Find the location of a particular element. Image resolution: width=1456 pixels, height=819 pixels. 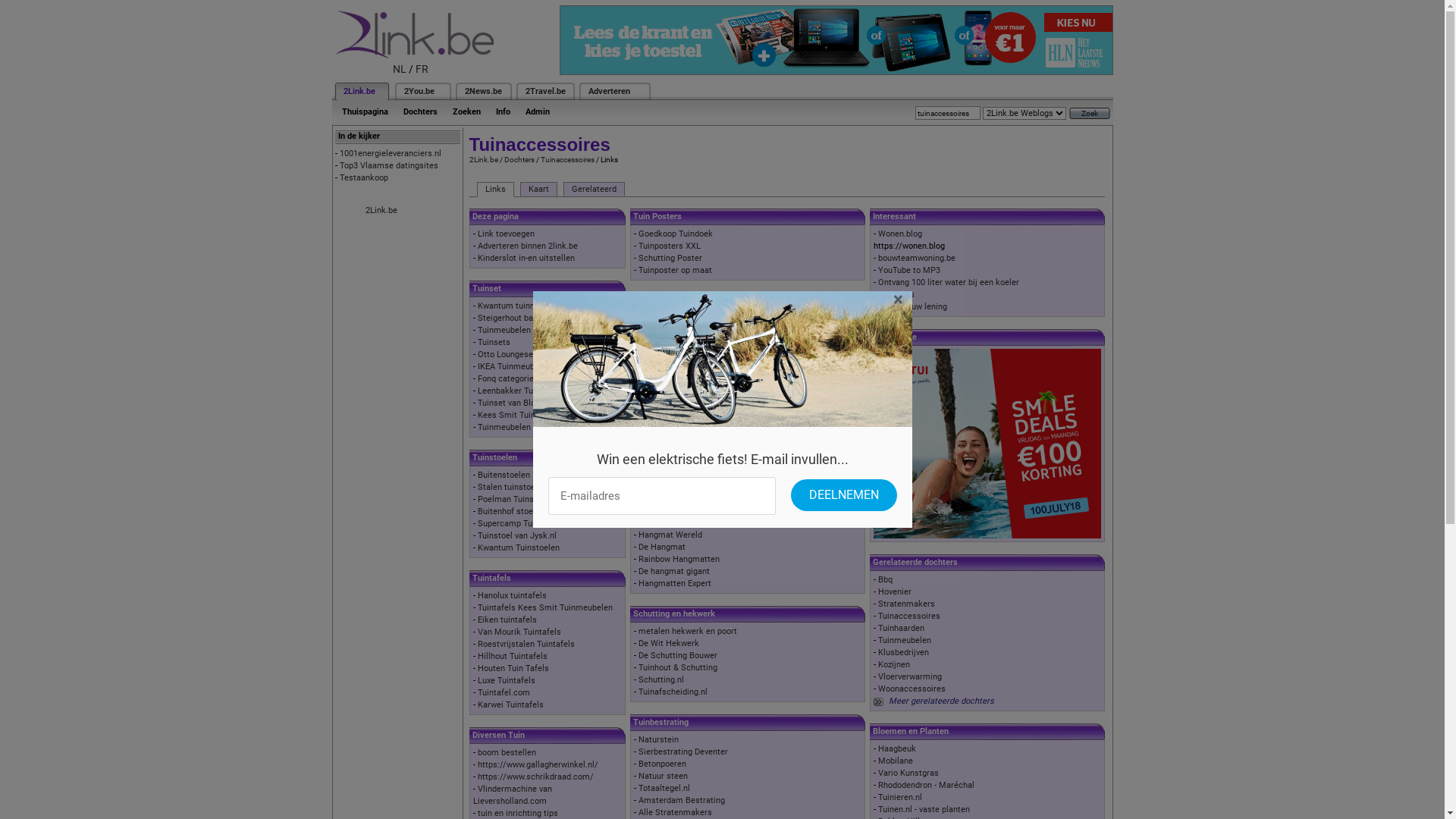

'Eiken tuintafels' is located at coordinates (507, 620).